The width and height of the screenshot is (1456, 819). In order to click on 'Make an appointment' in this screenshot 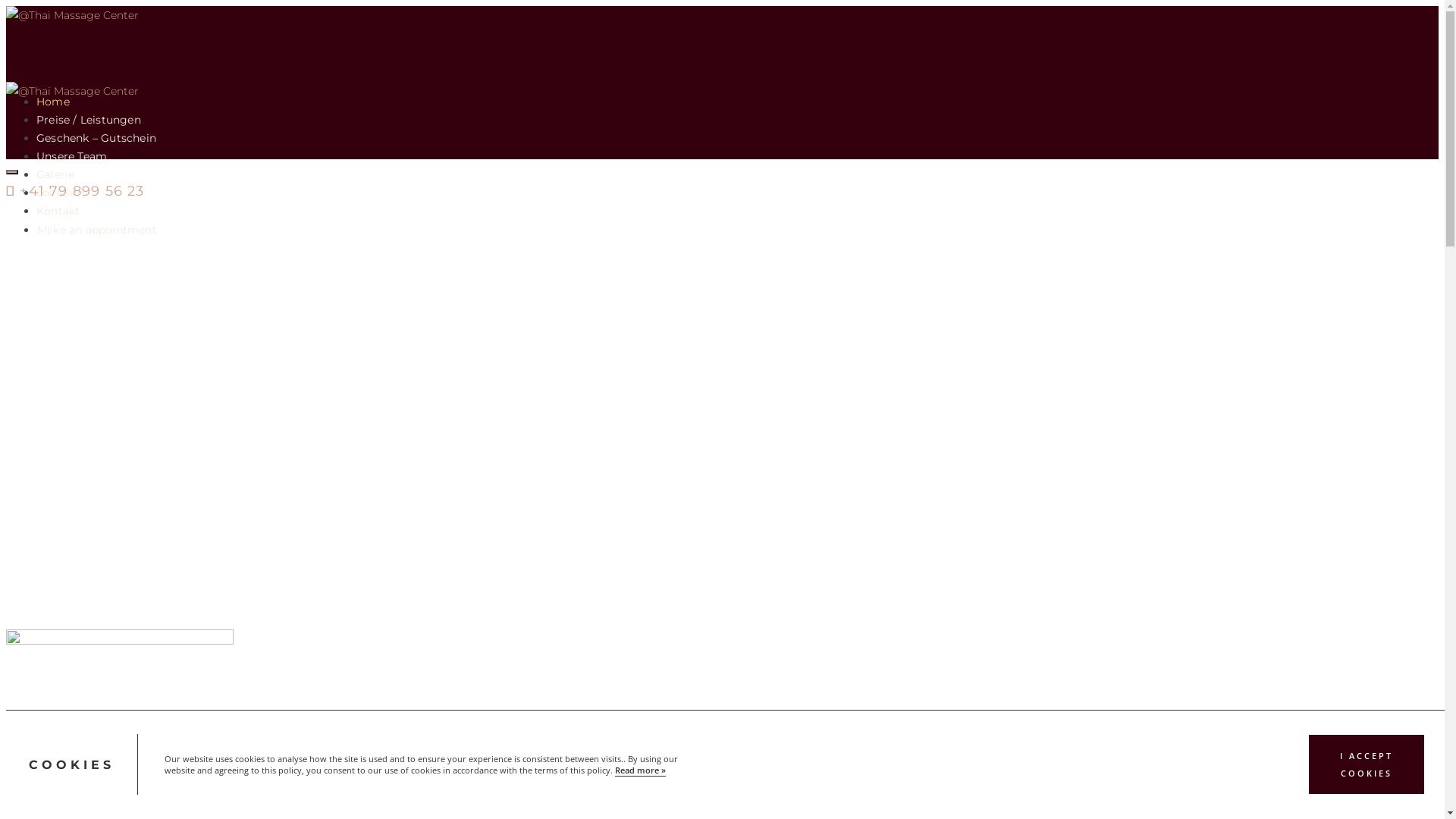, I will do `click(96, 230)`.